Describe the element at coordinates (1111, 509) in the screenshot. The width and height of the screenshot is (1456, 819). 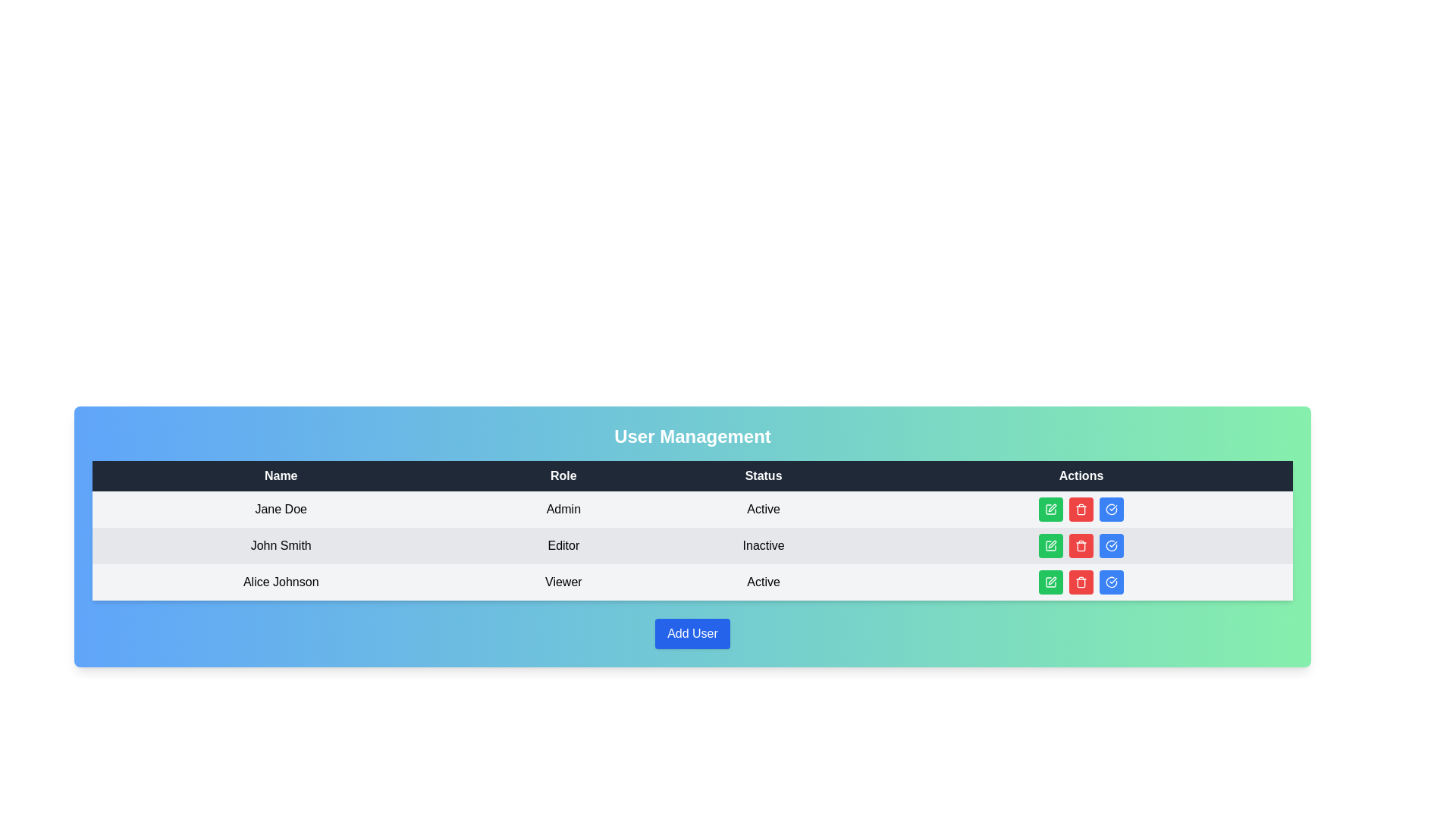
I see `the rightmost button in the Actions column of the third row in the user management table` at that location.